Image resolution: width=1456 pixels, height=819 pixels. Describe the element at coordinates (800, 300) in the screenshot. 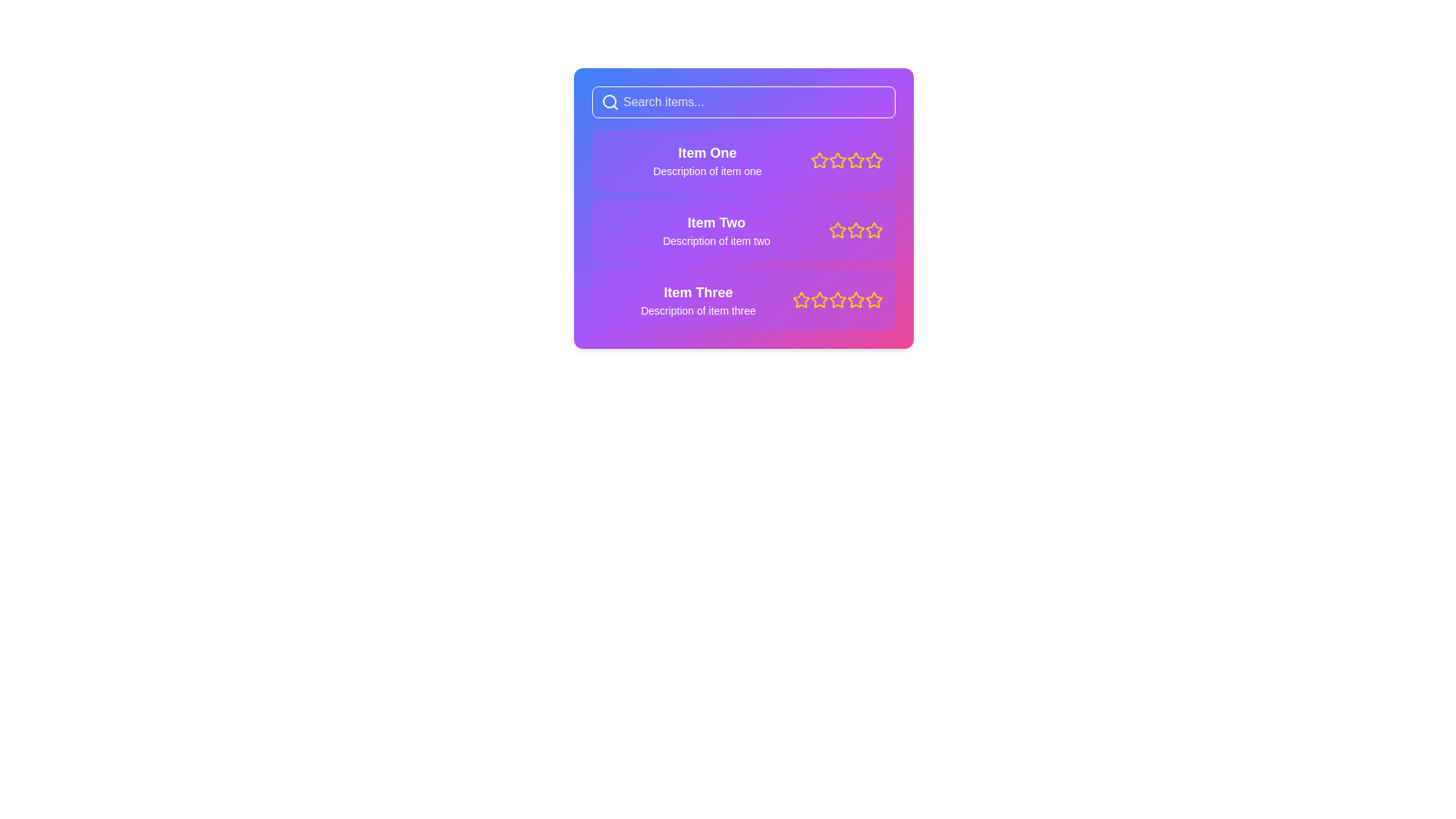

I see `the first rating star icon next to 'Item Three' in the list view panel` at that location.